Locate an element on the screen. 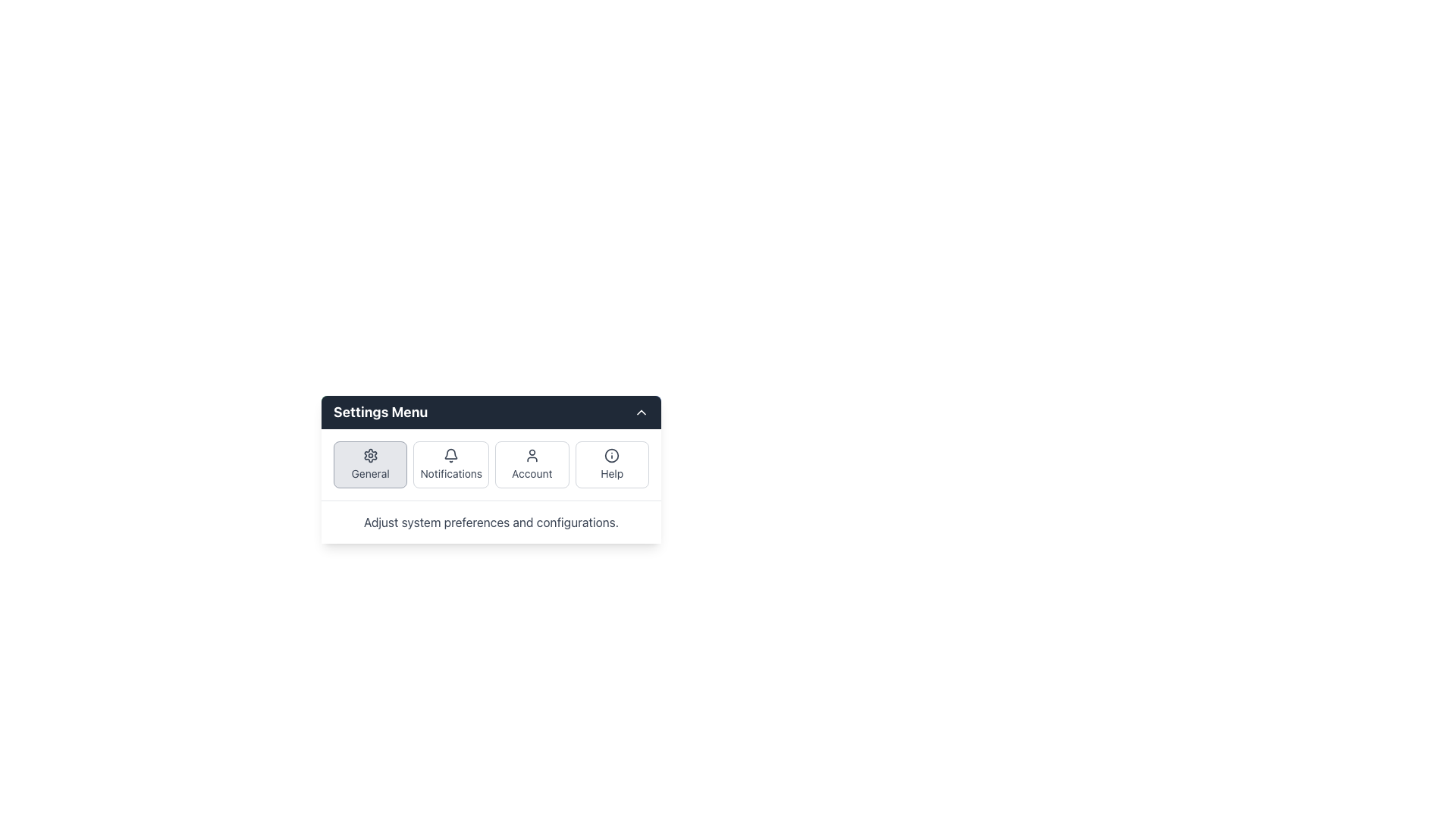 The height and width of the screenshot is (819, 1456). the collapse/expand button for the 'Settings Menu' is located at coordinates (641, 412).